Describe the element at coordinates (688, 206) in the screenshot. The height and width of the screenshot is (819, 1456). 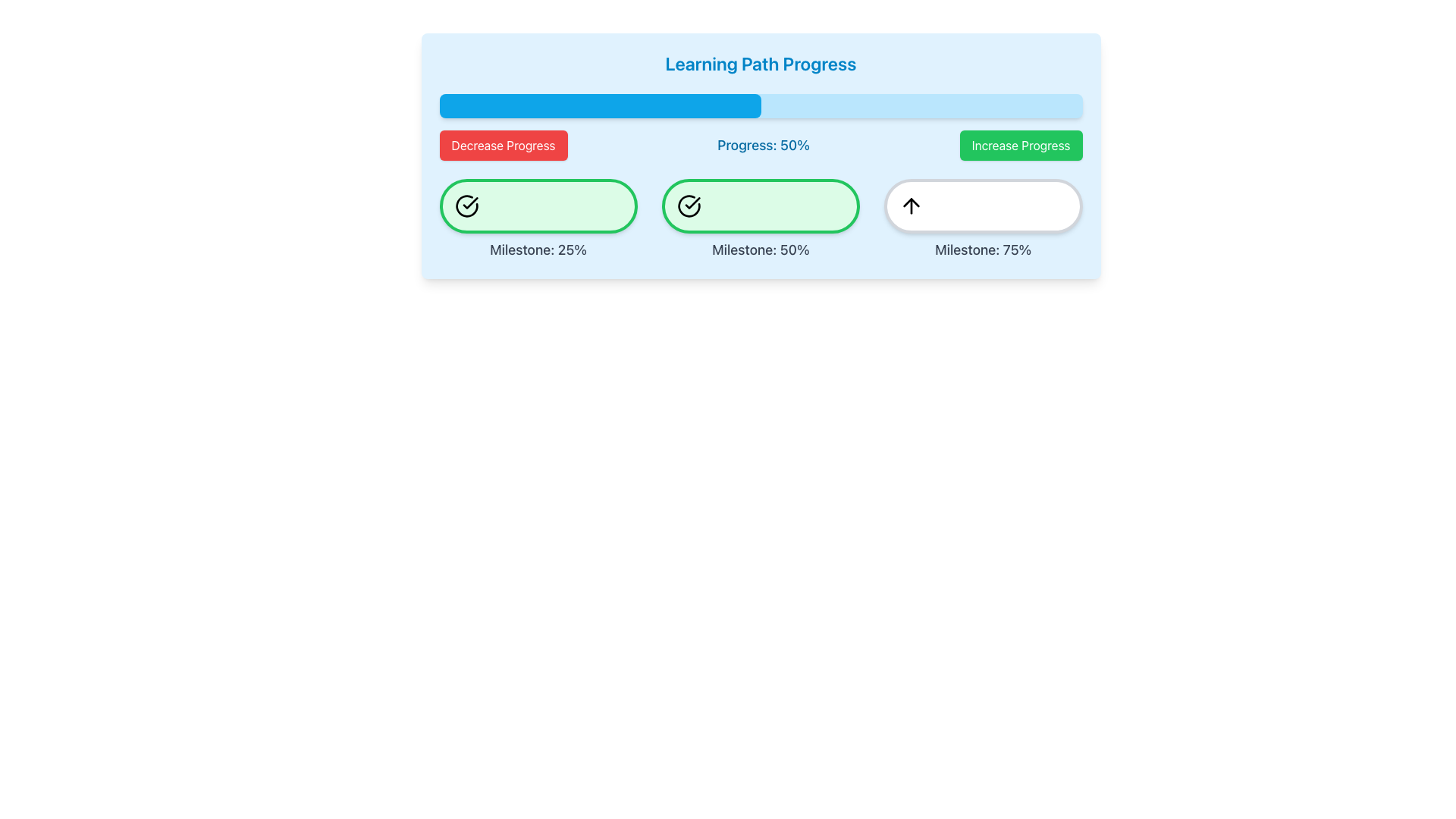
I see `the completion icon representing the successful achievement of the milestone at 50% progress, located centrally inside the second green circular milestone indicator` at that location.